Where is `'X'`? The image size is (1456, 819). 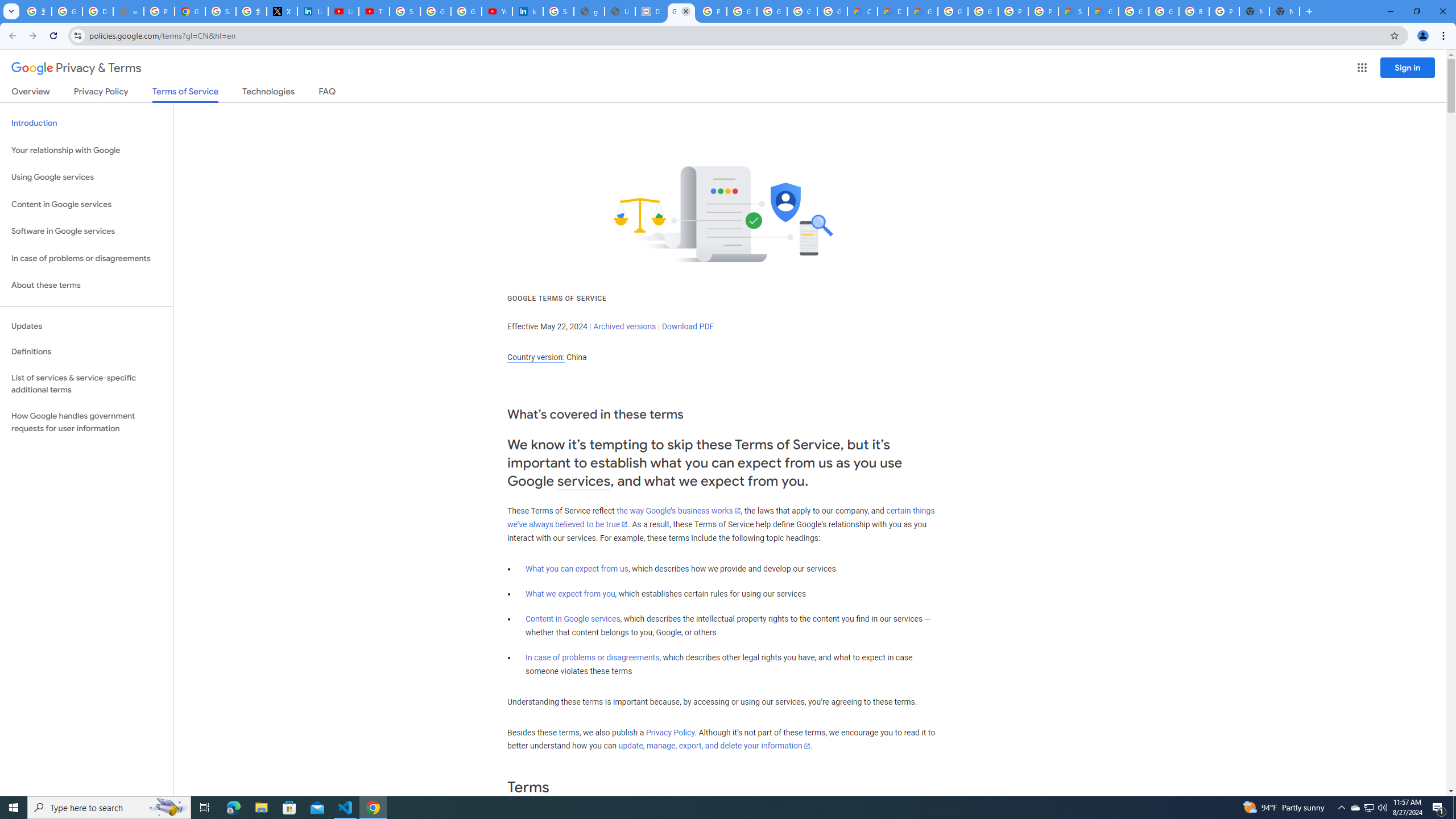 'X' is located at coordinates (282, 11).